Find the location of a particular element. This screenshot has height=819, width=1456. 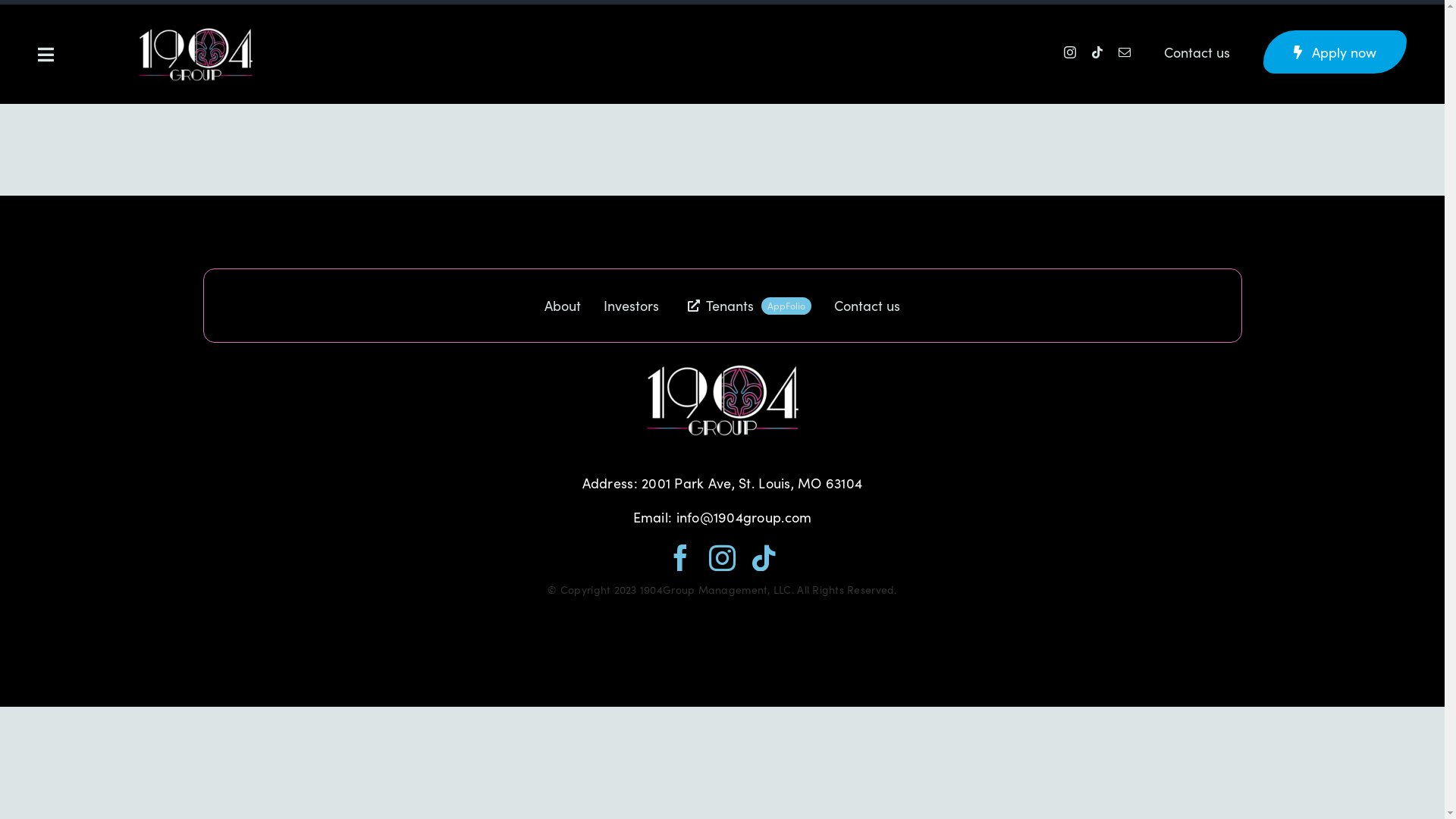

'Investors' is located at coordinates (631, 305).